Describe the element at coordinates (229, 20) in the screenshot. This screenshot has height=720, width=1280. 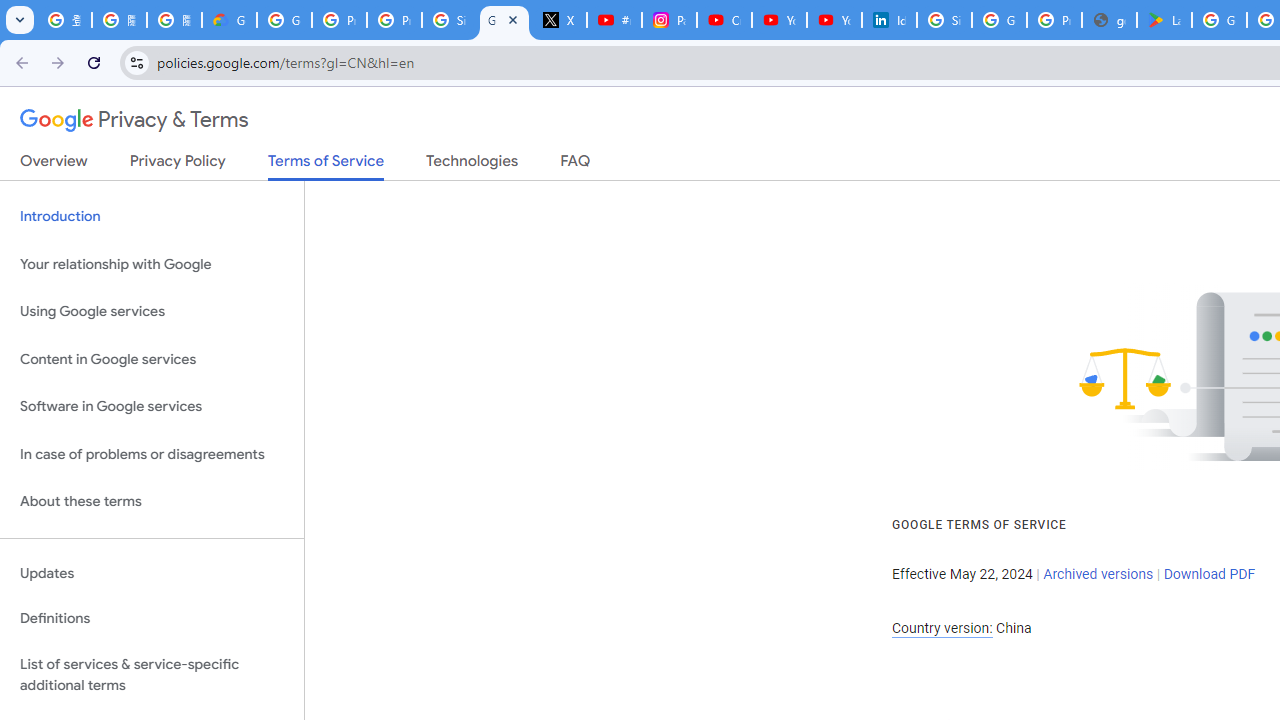
I see `'Google Cloud Privacy Notice'` at that location.